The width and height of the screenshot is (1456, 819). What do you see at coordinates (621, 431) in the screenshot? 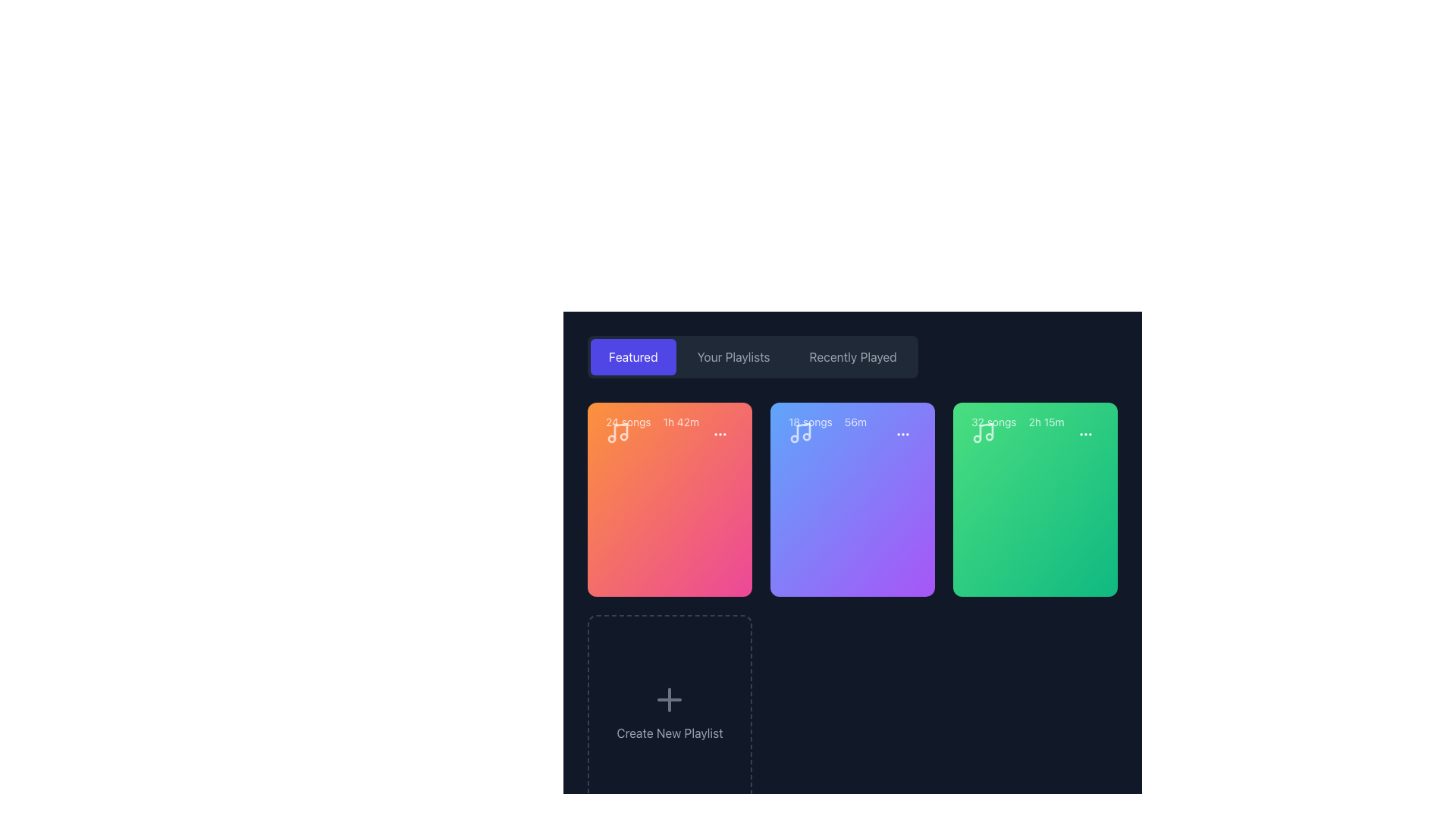
I see `the central vertical line of the music icon located at the top-left corner of the first orange card in the grid of playlist cards` at bounding box center [621, 431].